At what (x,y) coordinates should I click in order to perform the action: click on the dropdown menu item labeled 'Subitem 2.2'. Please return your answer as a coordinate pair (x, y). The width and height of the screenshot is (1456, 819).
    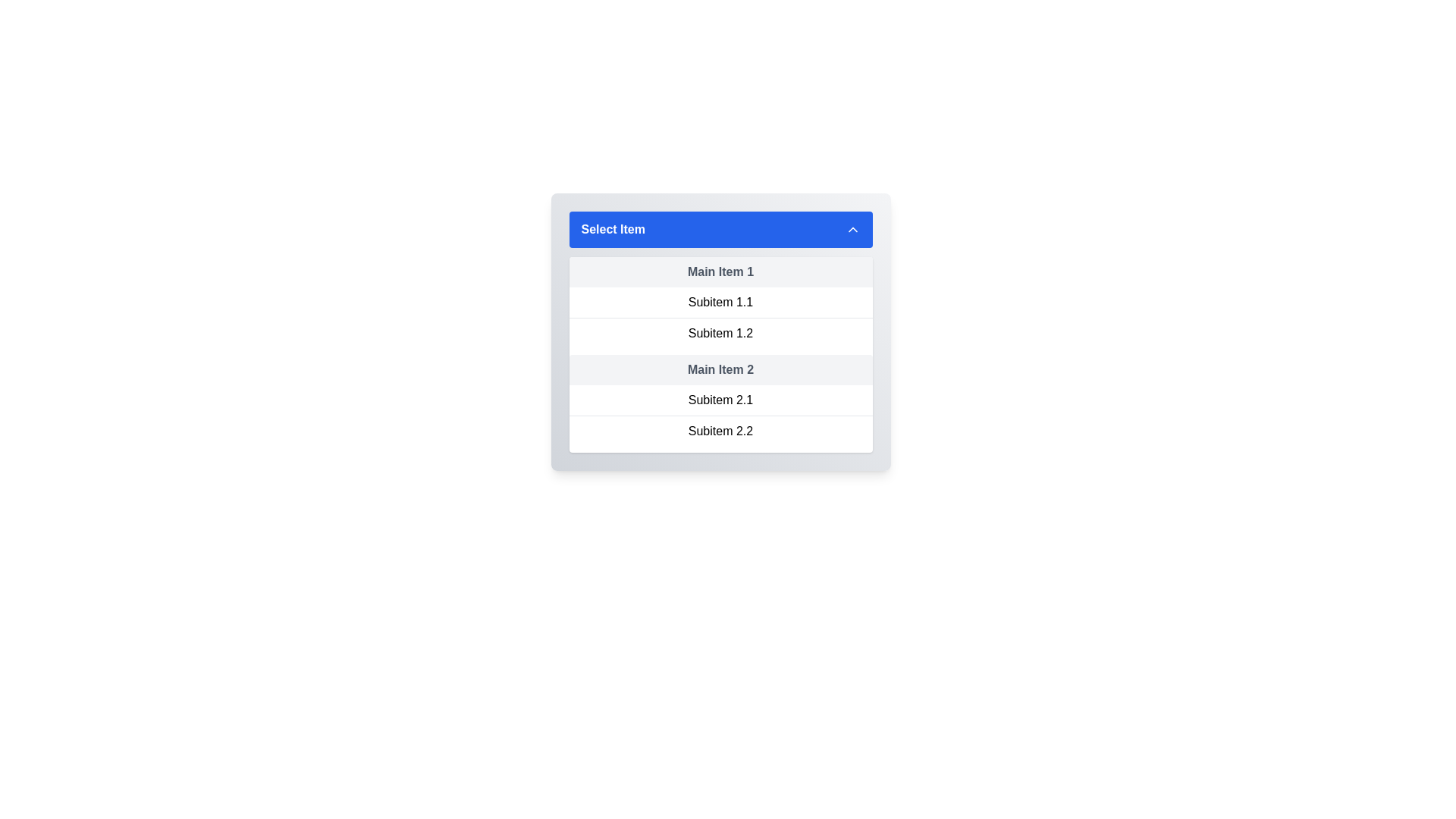
    Looking at the image, I should click on (720, 431).